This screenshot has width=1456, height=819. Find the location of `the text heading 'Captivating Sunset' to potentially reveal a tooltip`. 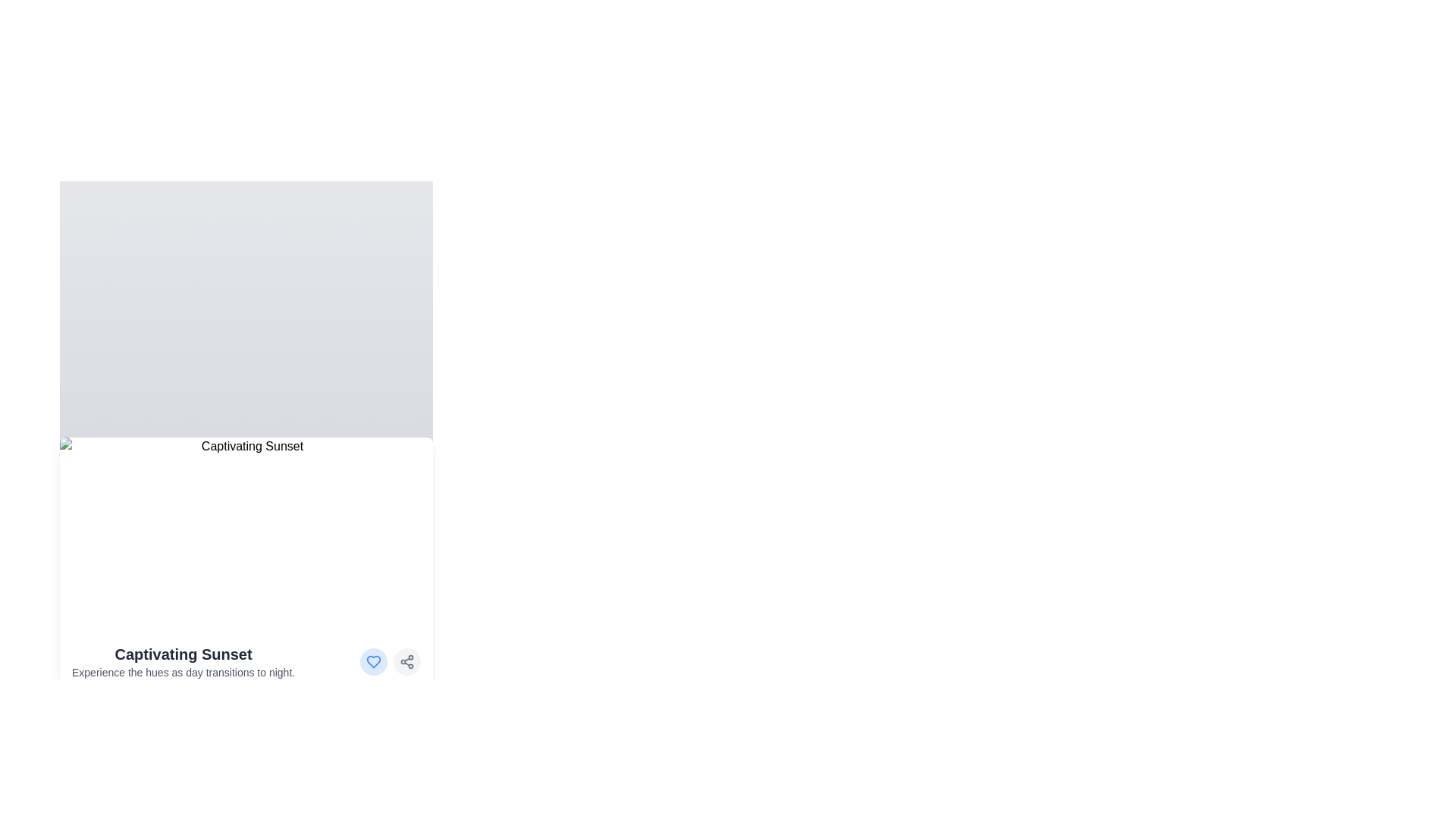

the text heading 'Captivating Sunset' to potentially reveal a tooltip is located at coordinates (183, 654).